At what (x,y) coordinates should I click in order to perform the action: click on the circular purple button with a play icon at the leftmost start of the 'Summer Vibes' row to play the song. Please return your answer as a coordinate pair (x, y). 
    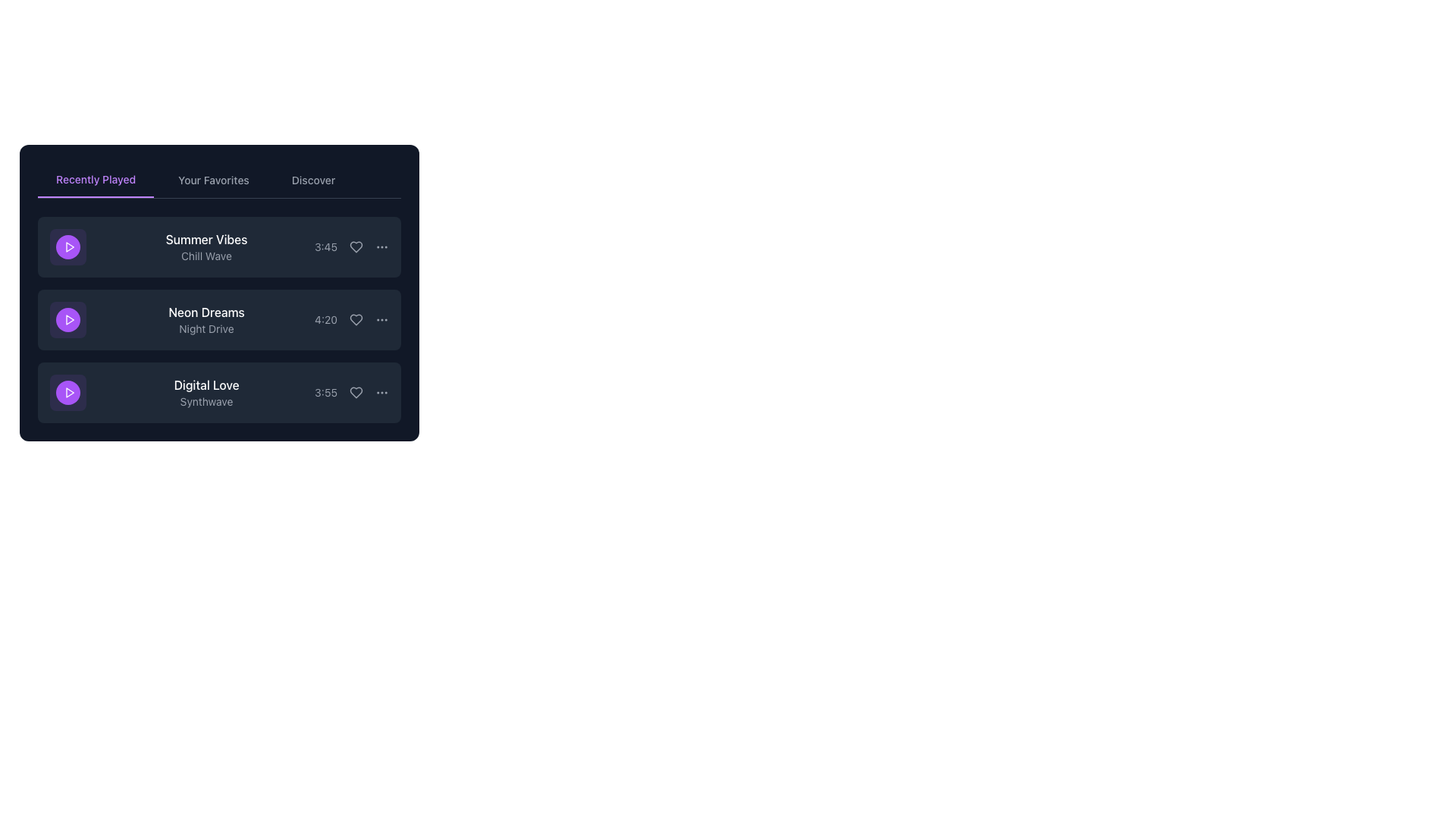
    Looking at the image, I should click on (67, 246).